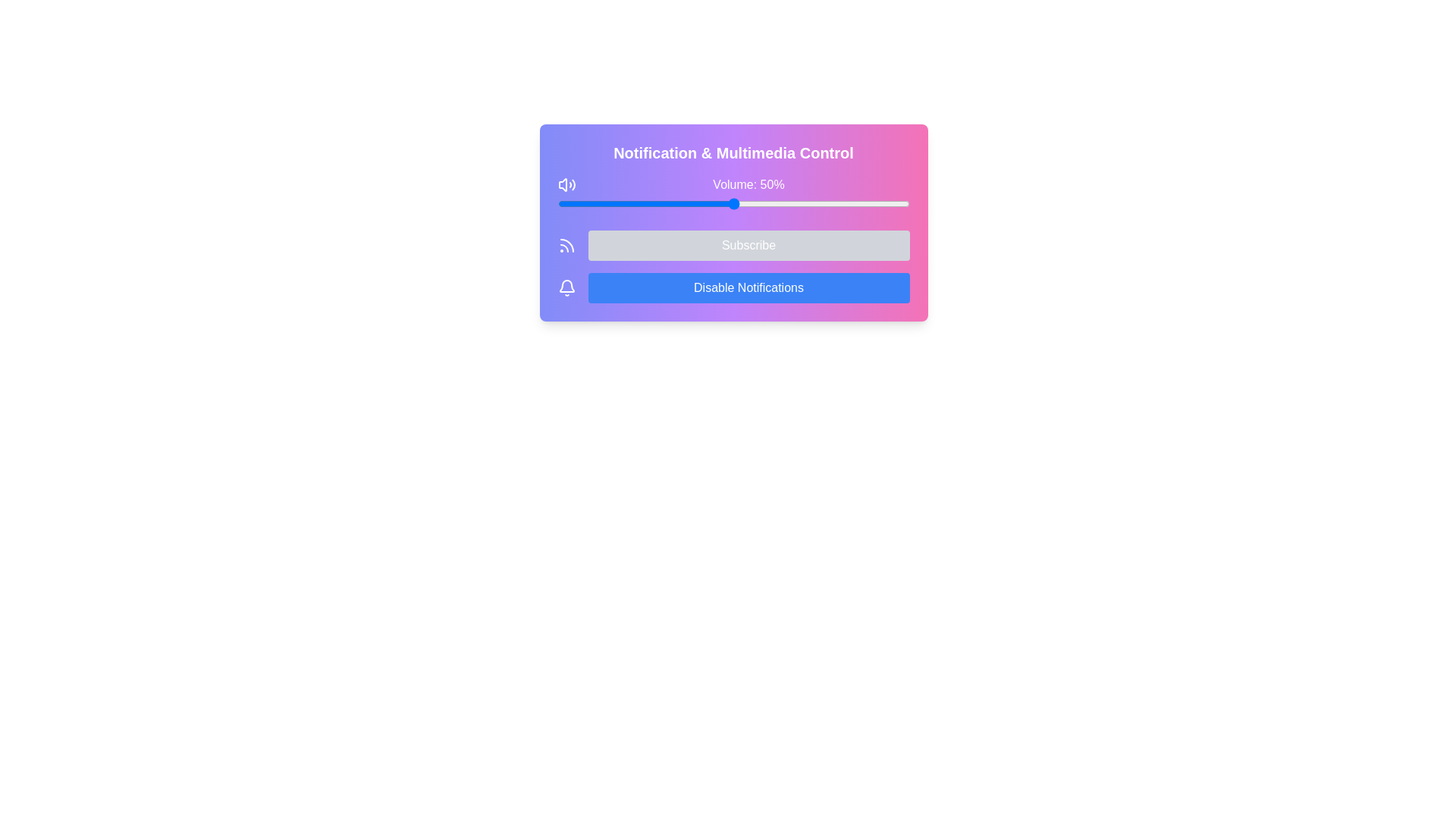  What do you see at coordinates (748, 245) in the screenshot?
I see `the 'Subscribe' button, which is a rectangular button with a gray background and white text, located in the middle section of a card-like interface, positioned to the right of an RSS feed icon` at bounding box center [748, 245].